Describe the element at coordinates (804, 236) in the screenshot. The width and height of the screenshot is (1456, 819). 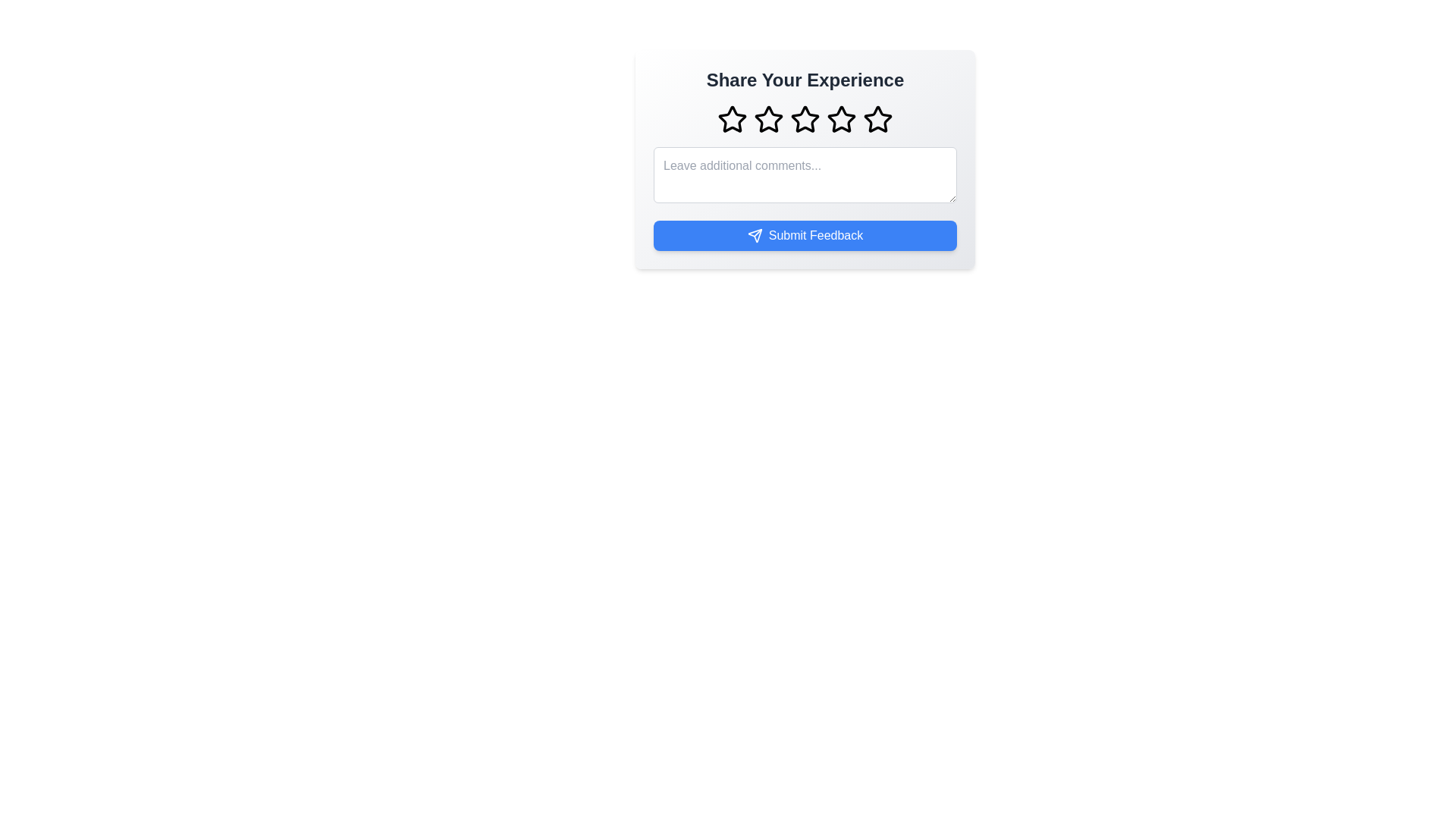
I see `the 'Submit Feedback' button with a blue background and white text` at that location.